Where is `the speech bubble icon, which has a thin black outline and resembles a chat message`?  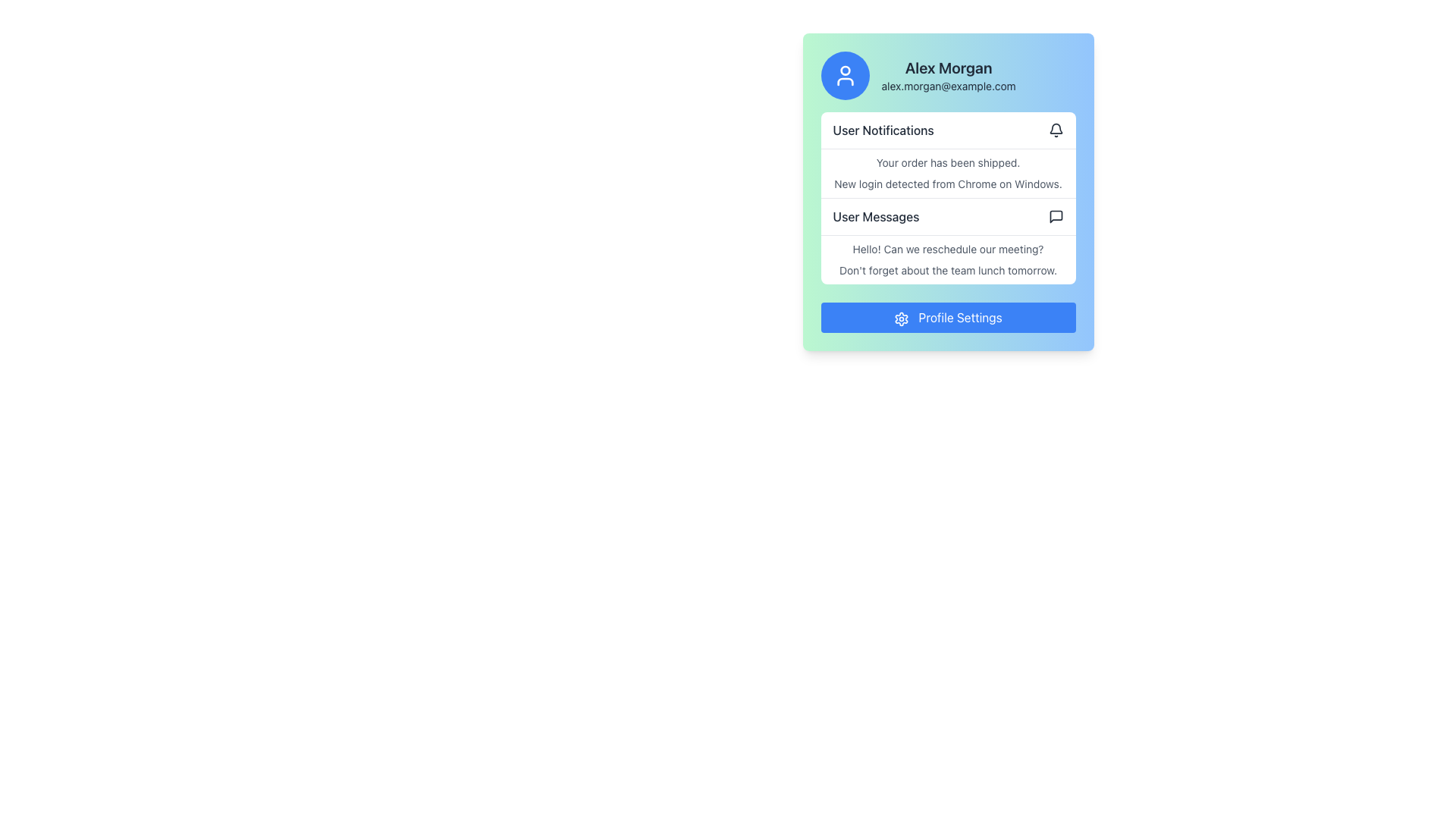
the speech bubble icon, which has a thin black outline and resembles a chat message is located at coordinates (1055, 216).